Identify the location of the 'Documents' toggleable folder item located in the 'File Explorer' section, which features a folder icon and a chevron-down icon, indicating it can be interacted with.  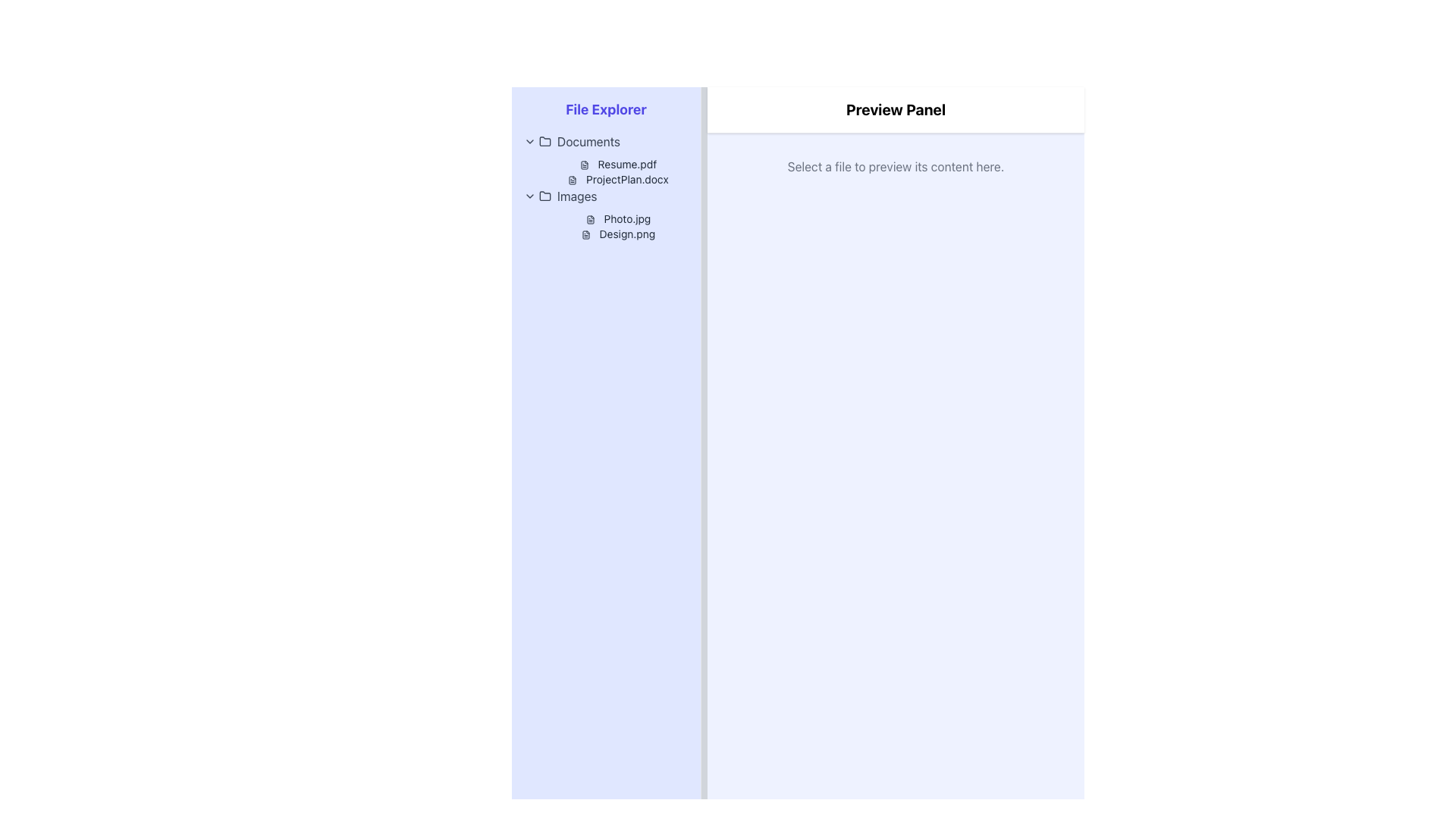
(605, 141).